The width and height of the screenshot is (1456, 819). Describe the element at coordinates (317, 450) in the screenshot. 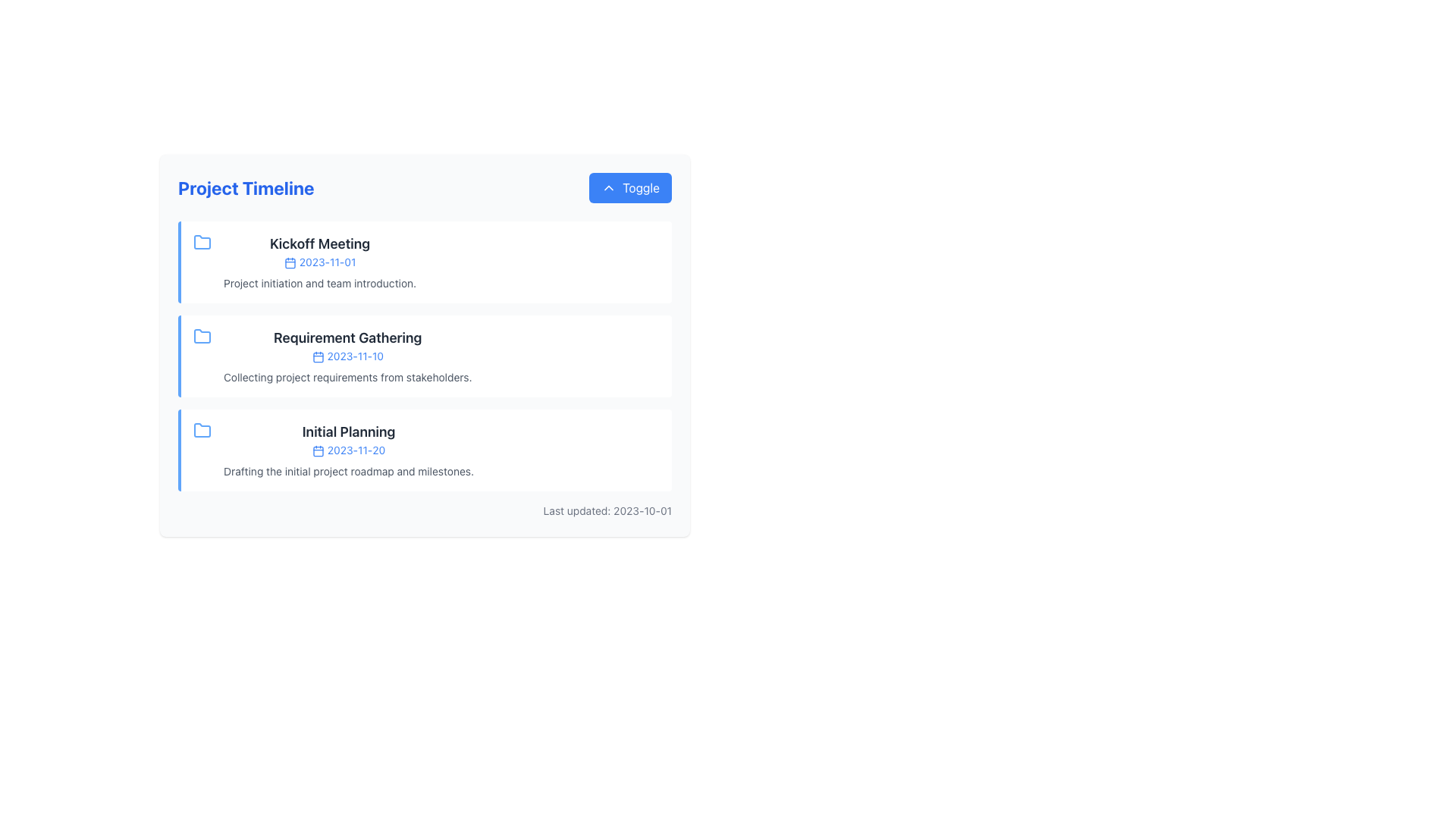

I see `the square-shaped calendar grid cell with rounded corners, styled with a white background and a border, located in the 'Initial Planning' section of the project timeline` at that location.